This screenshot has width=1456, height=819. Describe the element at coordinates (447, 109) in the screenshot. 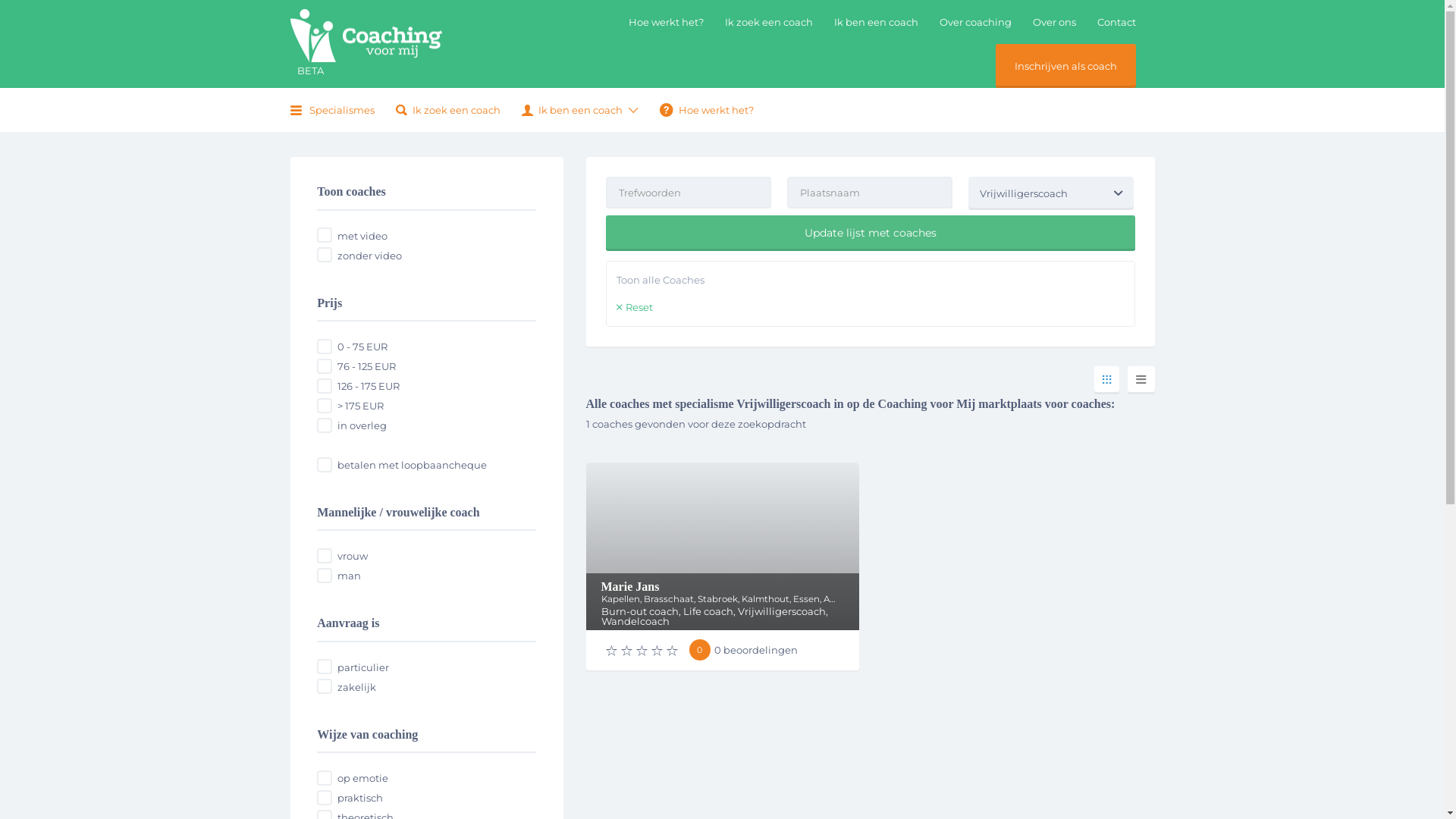

I see `'Ik zoek een coach'` at that location.